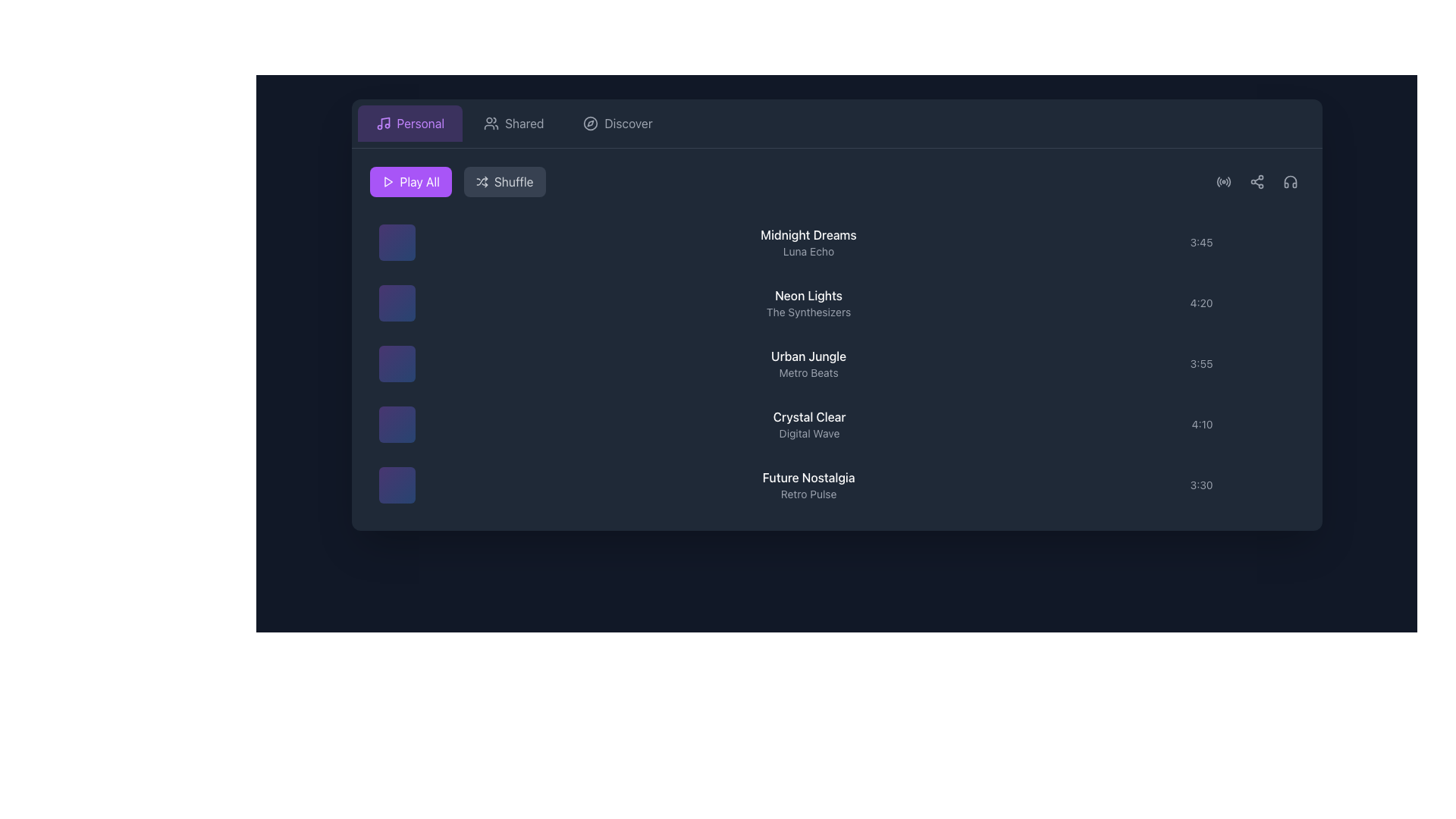  Describe the element at coordinates (481, 180) in the screenshot. I see `the shuffle icon located within the 'Shuffle' button, which is styled with a gray color and is situated at the top center-right of the playback control section` at that location.